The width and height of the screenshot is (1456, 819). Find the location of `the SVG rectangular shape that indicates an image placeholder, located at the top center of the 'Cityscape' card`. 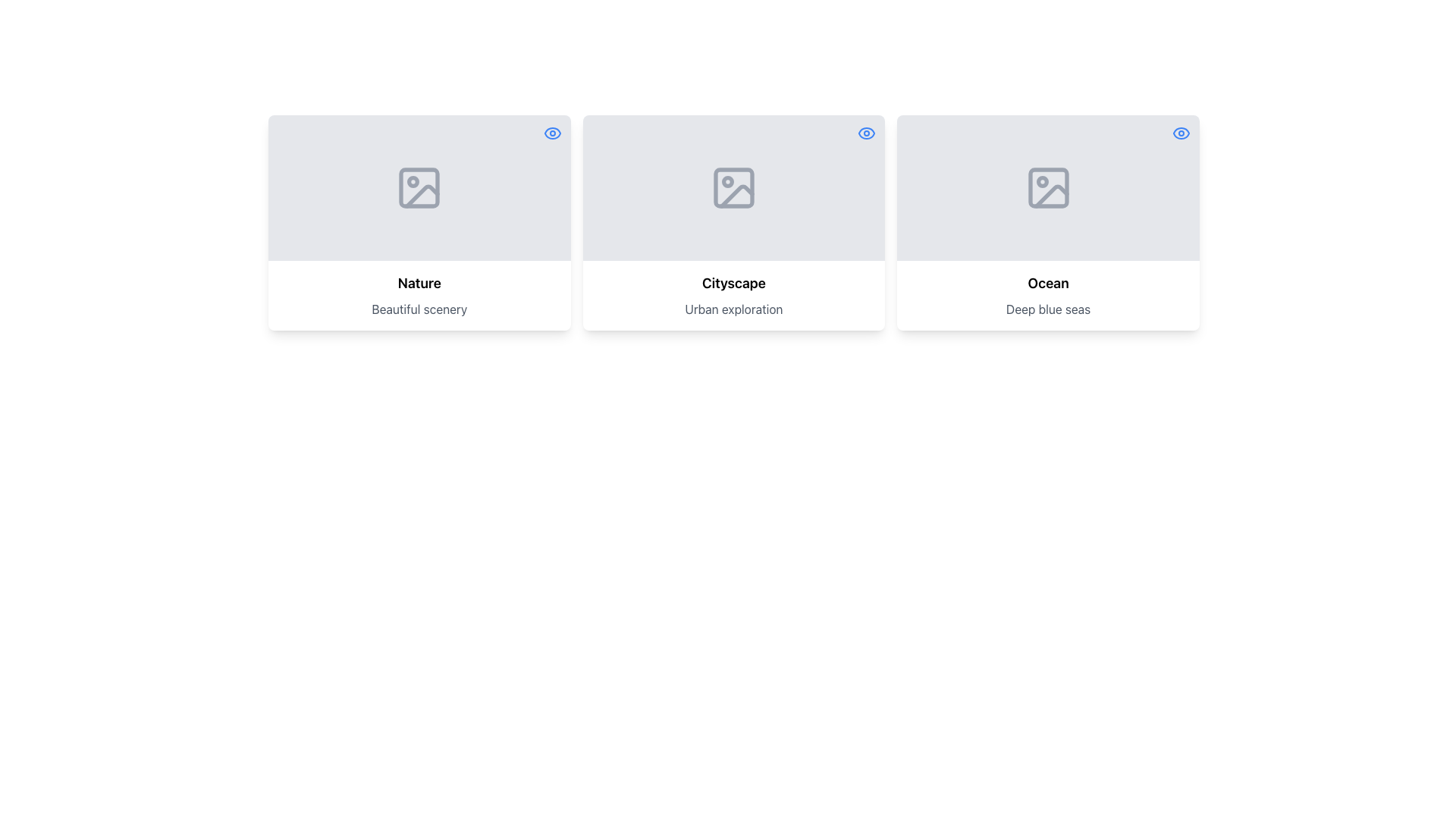

the SVG rectangular shape that indicates an image placeholder, located at the top center of the 'Cityscape' card is located at coordinates (734, 187).